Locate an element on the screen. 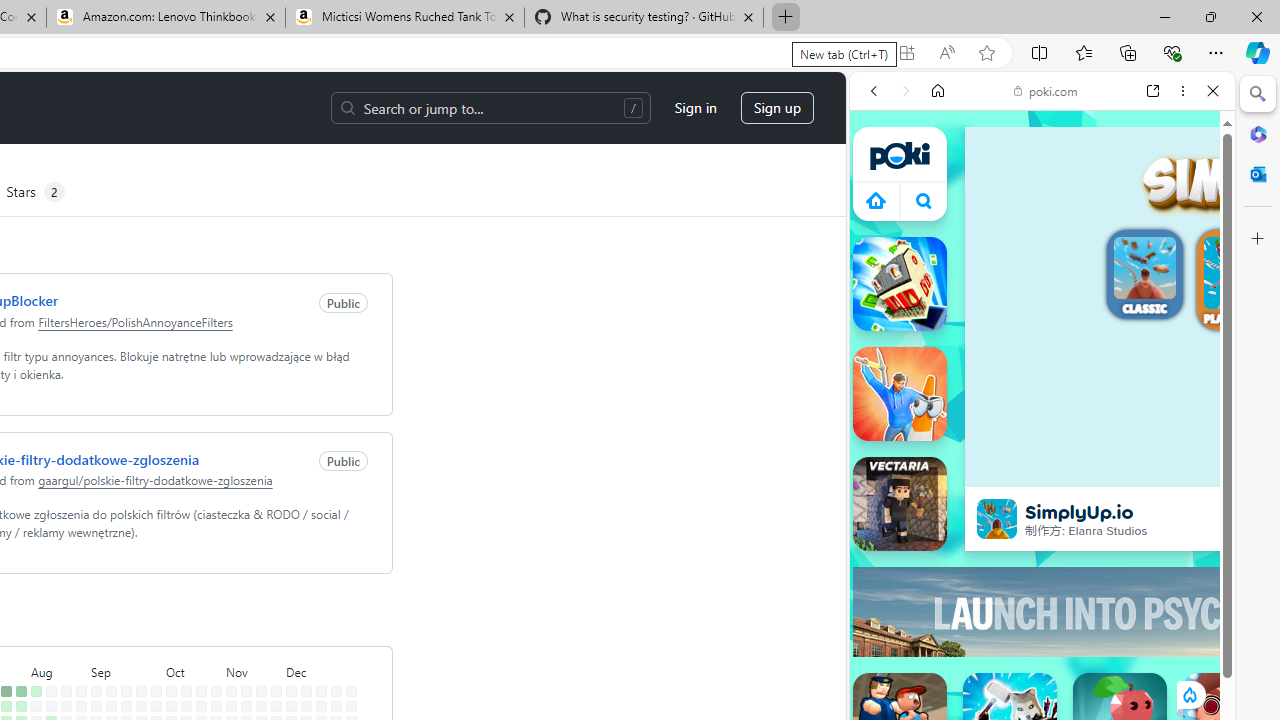 The width and height of the screenshot is (1280, 720). 'No contributions on October 6th.' is located at coordinates (171, 690).